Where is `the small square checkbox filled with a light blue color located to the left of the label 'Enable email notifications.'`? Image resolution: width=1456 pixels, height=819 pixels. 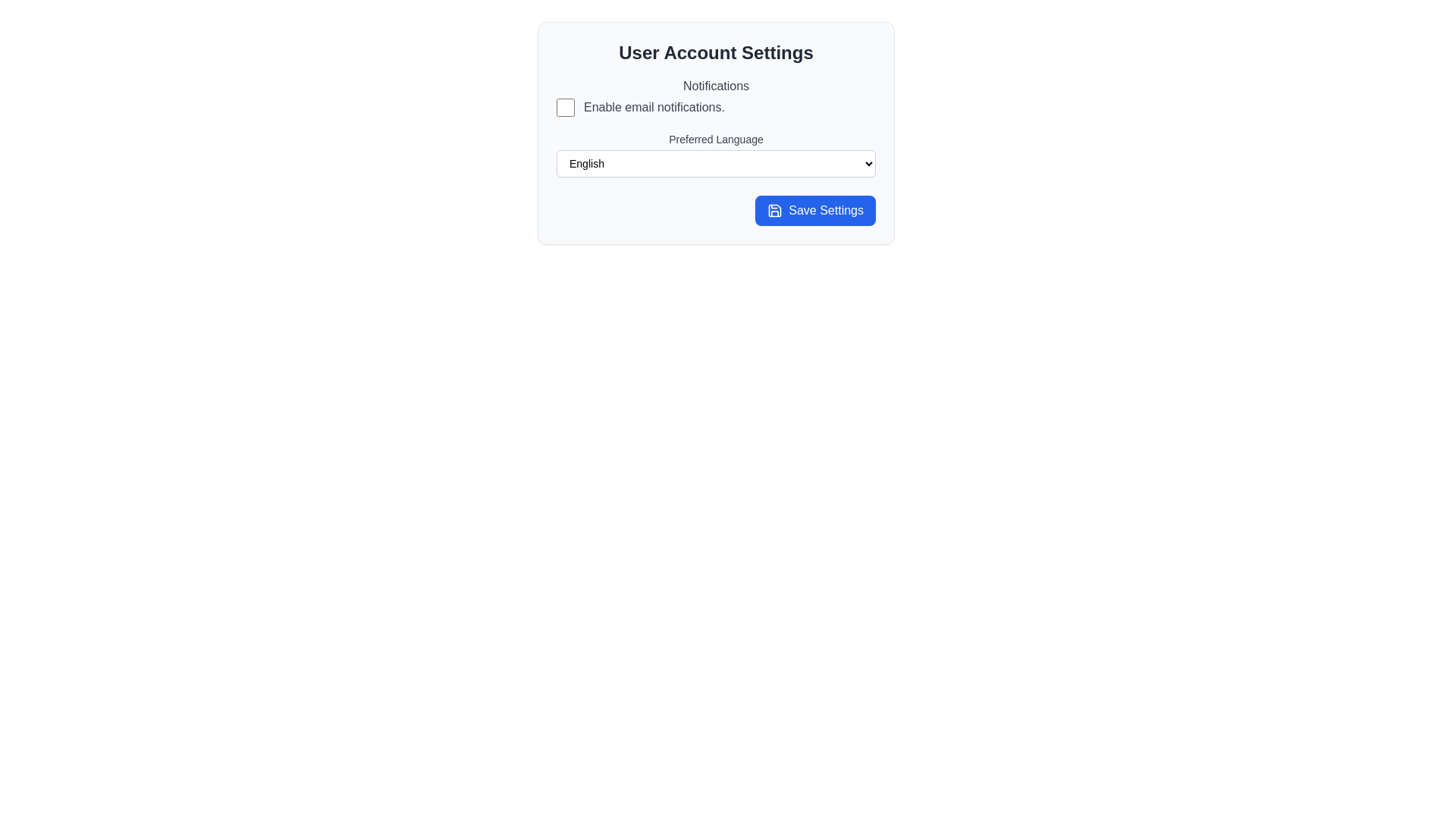 the small square checkbox filled with a light blue color located to the left of the label 'Enable email notifications.' is located at coordinates (564, 107).